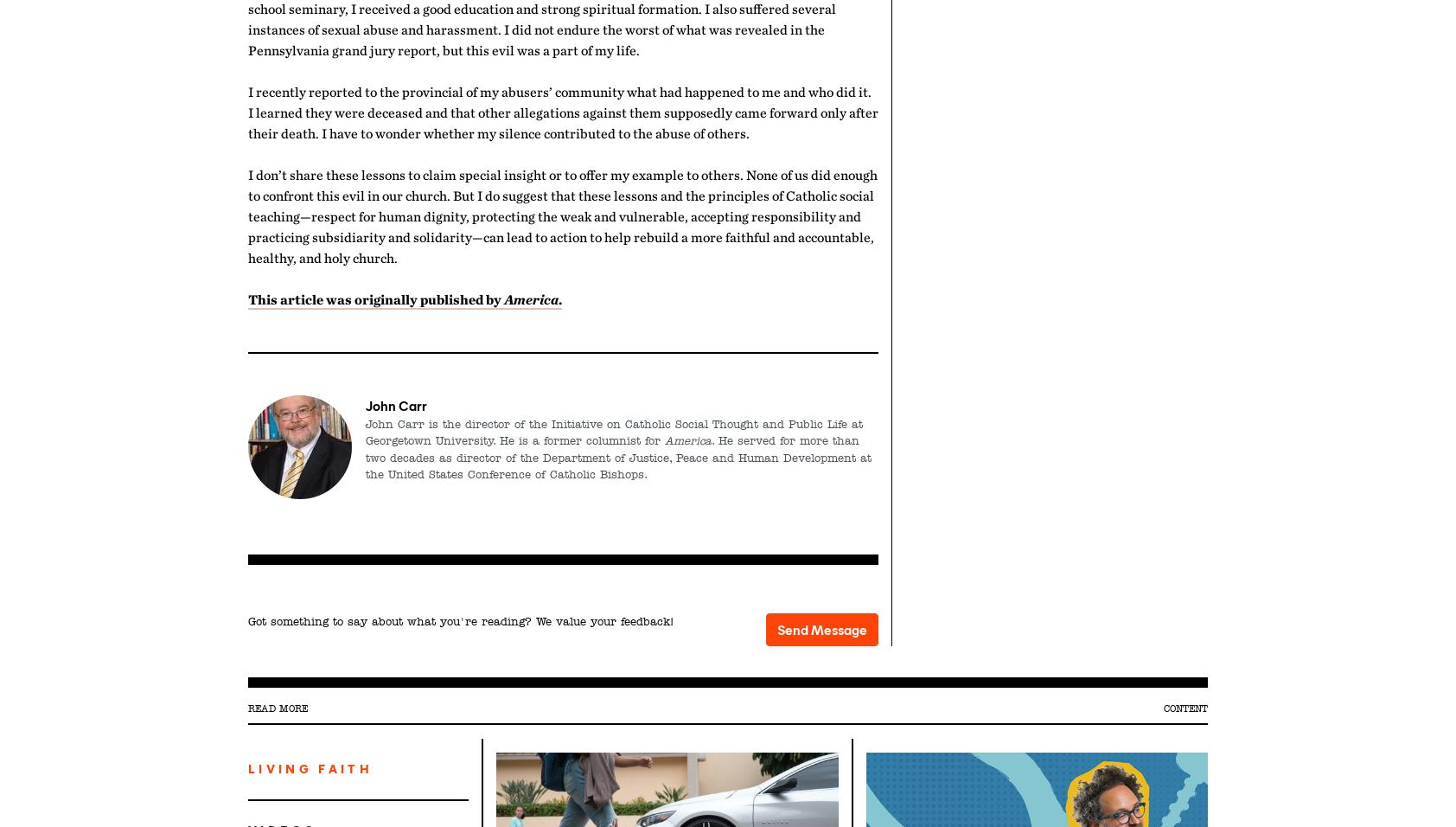  What do you see at coordinates (563, 112) in the screenshot?
I see `'I recently reported to the provincial of my abusers’ community what had happened to me and who did it. I learned they were deceased and that other allegations against them supposedly came forward only after their death. I have to wonder whether my silence contributed to the abuse of others.'` at bounding box center [563, 112].